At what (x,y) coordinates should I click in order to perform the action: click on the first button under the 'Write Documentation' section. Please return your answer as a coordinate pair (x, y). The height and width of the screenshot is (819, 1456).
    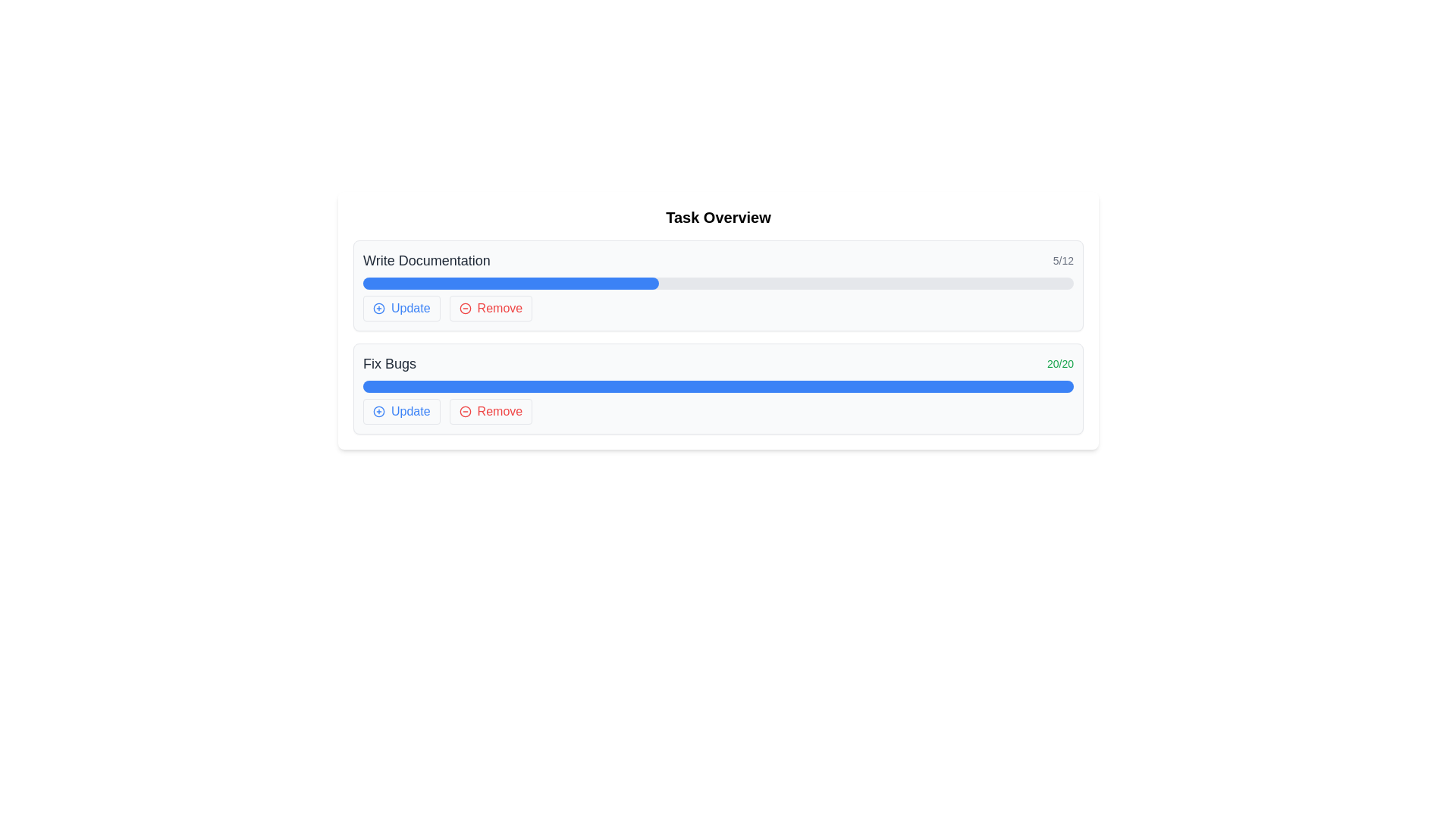
    Looking at the image, I should click on (401, 308).